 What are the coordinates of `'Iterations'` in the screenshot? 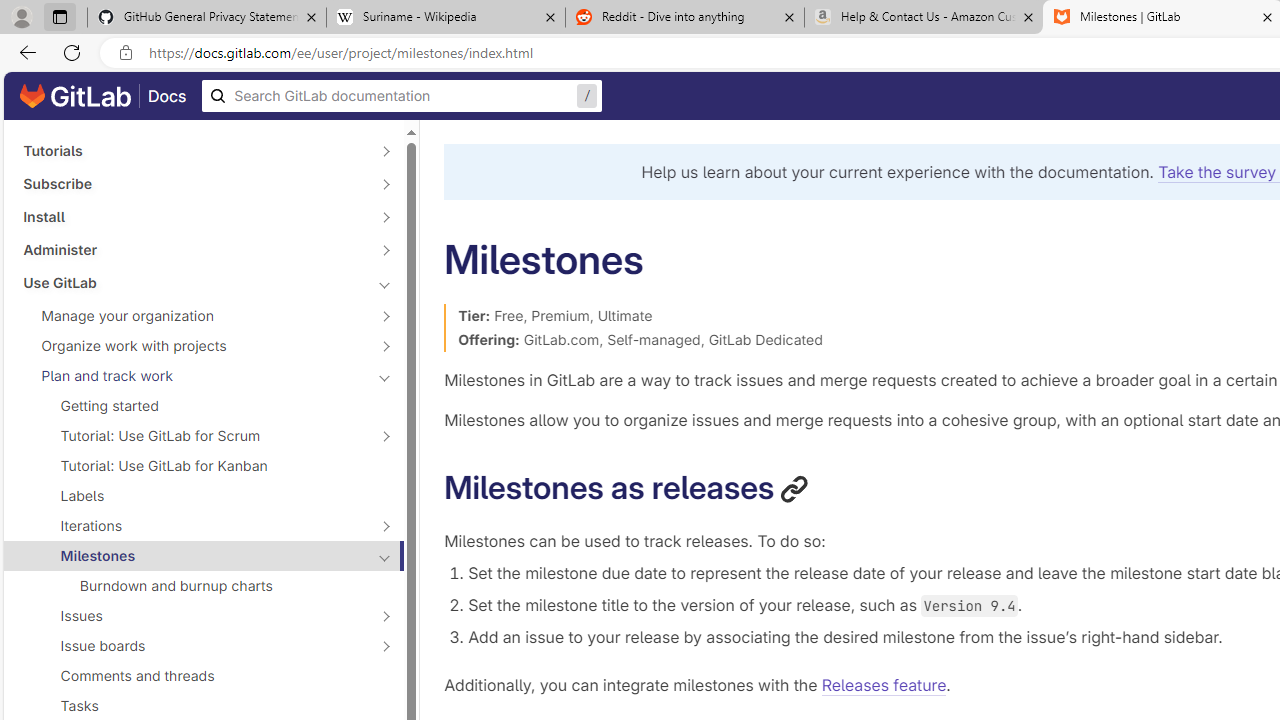 It's located at (192, 524).